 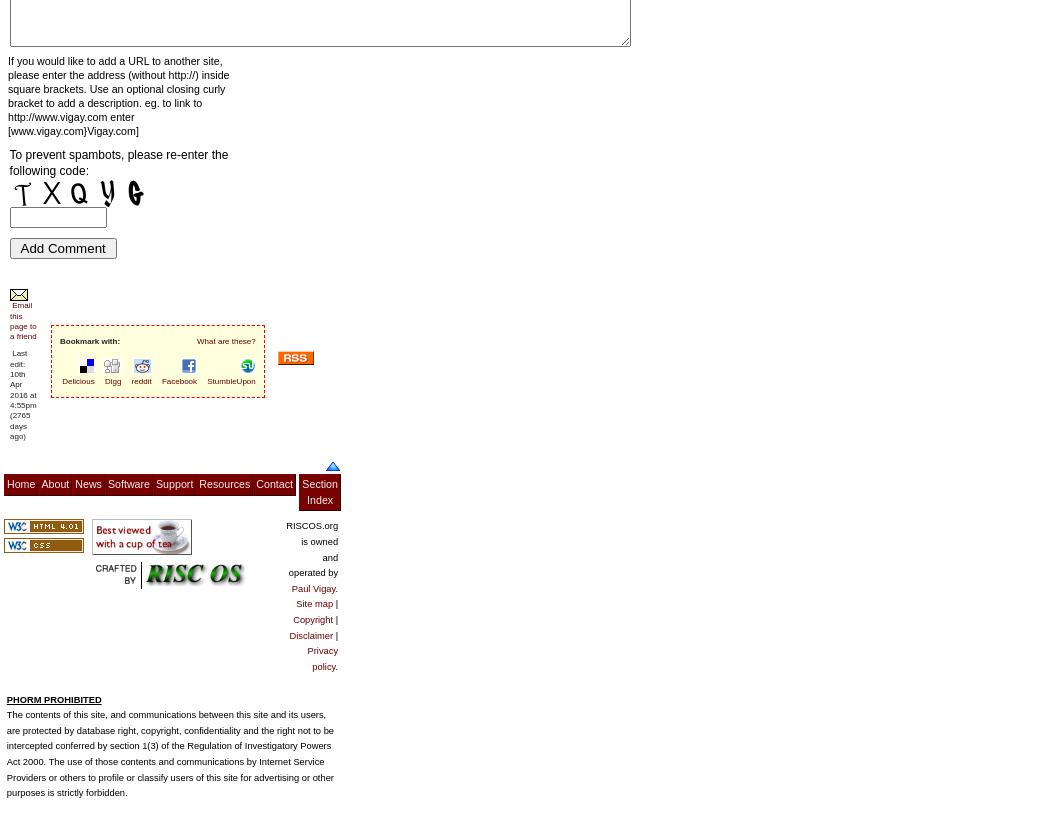 I want to click on 'To prevent spambots, please re-enter the following code:', so click(x=117, y=161).